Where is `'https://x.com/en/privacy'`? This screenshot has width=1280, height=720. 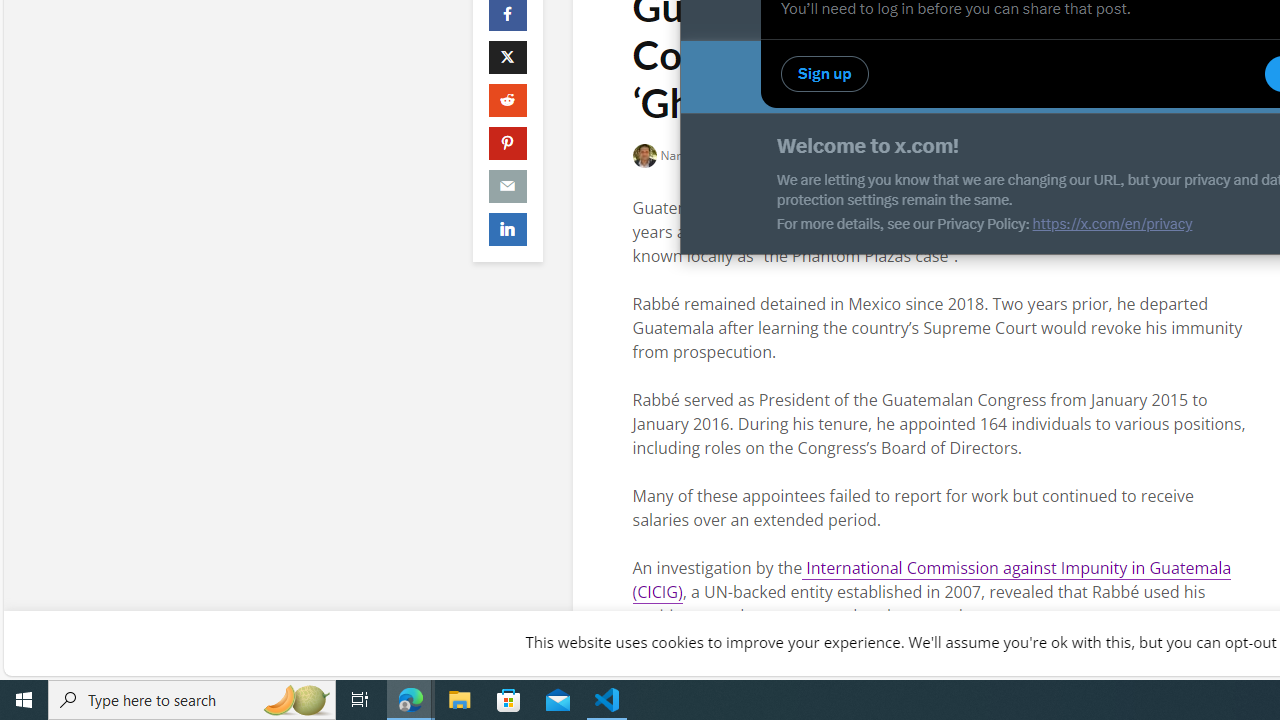 'https://x.com/en/privacy' is located at coordinates (1111, 223).